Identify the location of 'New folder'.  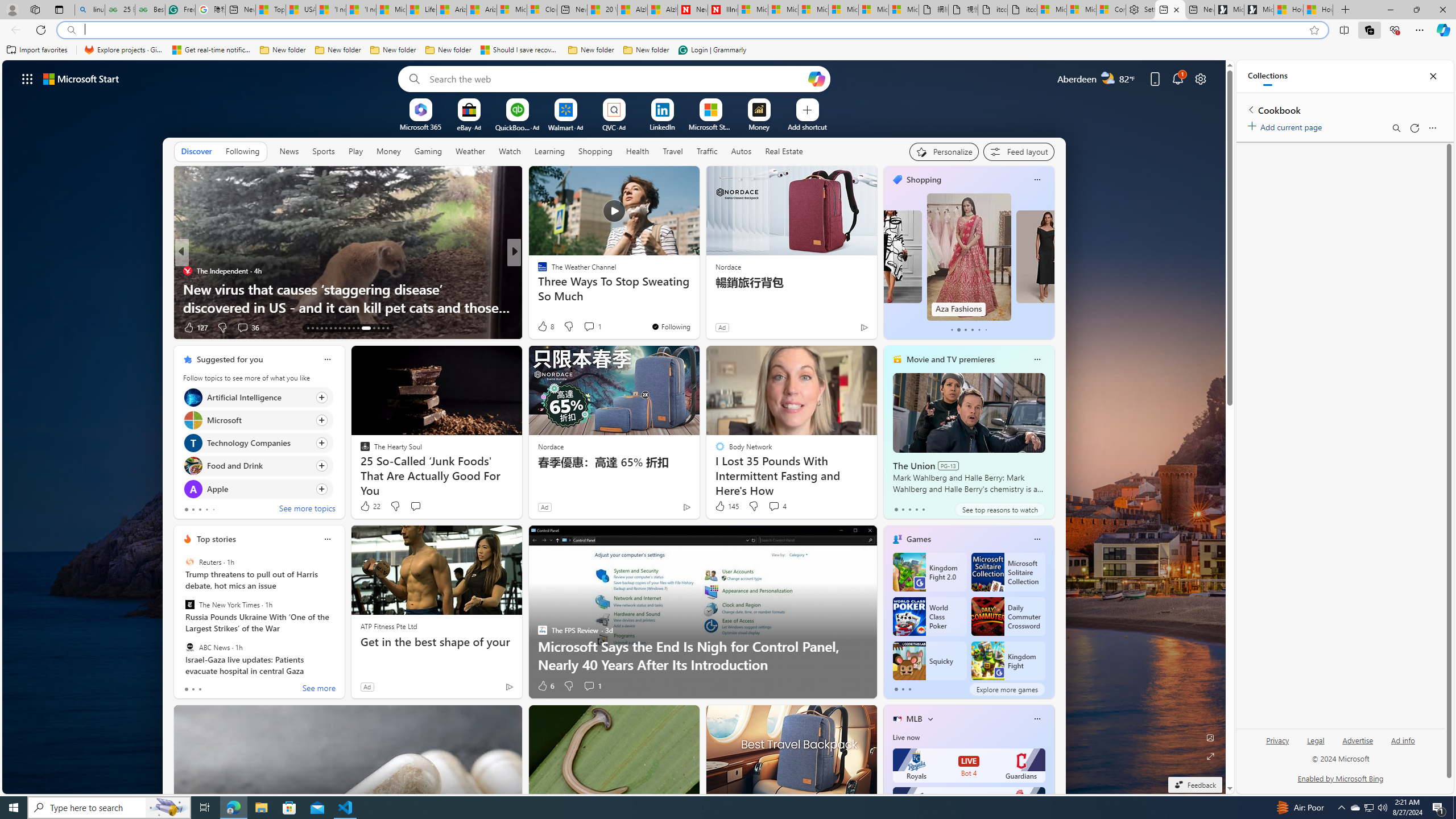
(646, 49).